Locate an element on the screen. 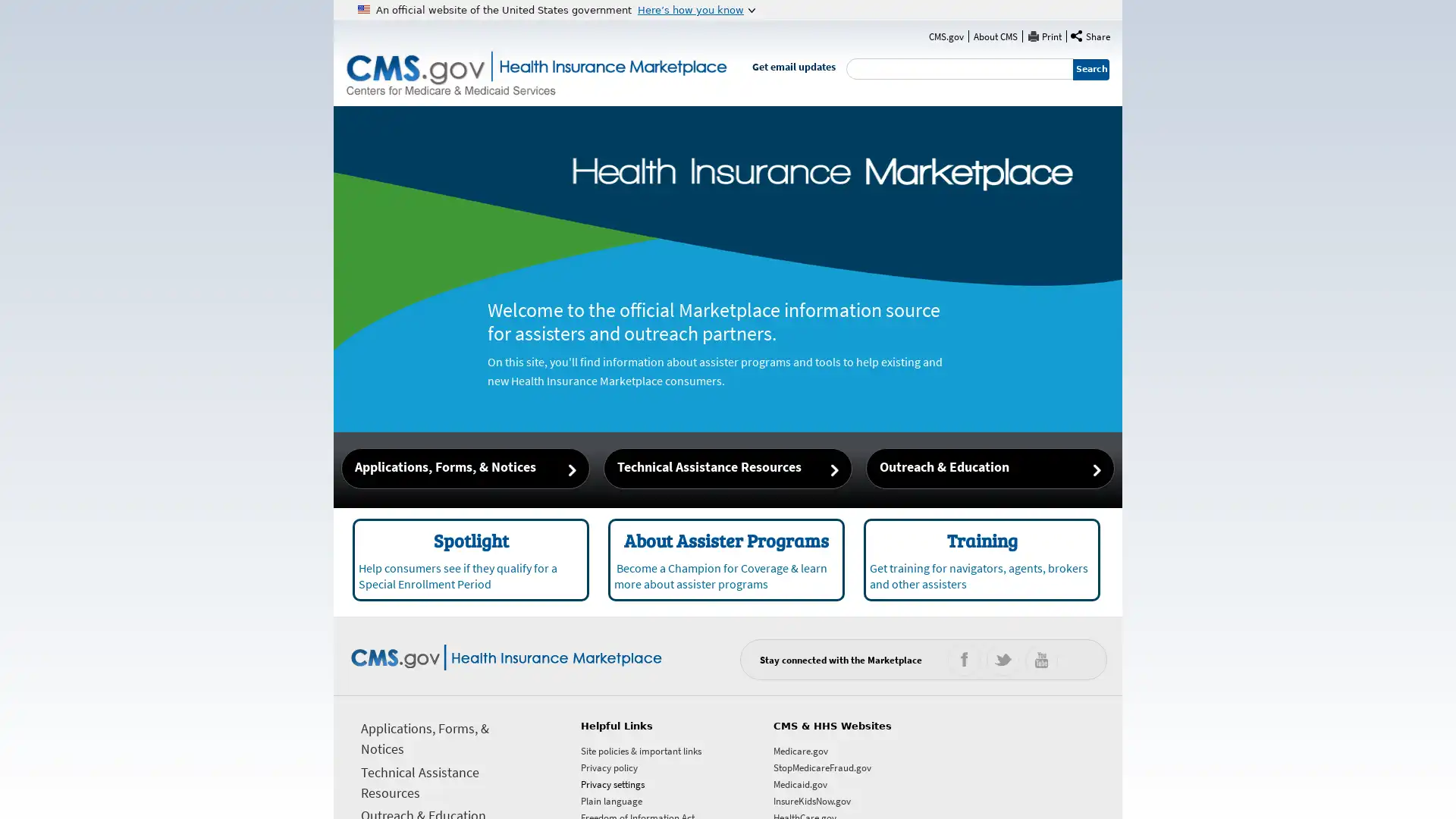  Search is located at coordinates (1090, 69).